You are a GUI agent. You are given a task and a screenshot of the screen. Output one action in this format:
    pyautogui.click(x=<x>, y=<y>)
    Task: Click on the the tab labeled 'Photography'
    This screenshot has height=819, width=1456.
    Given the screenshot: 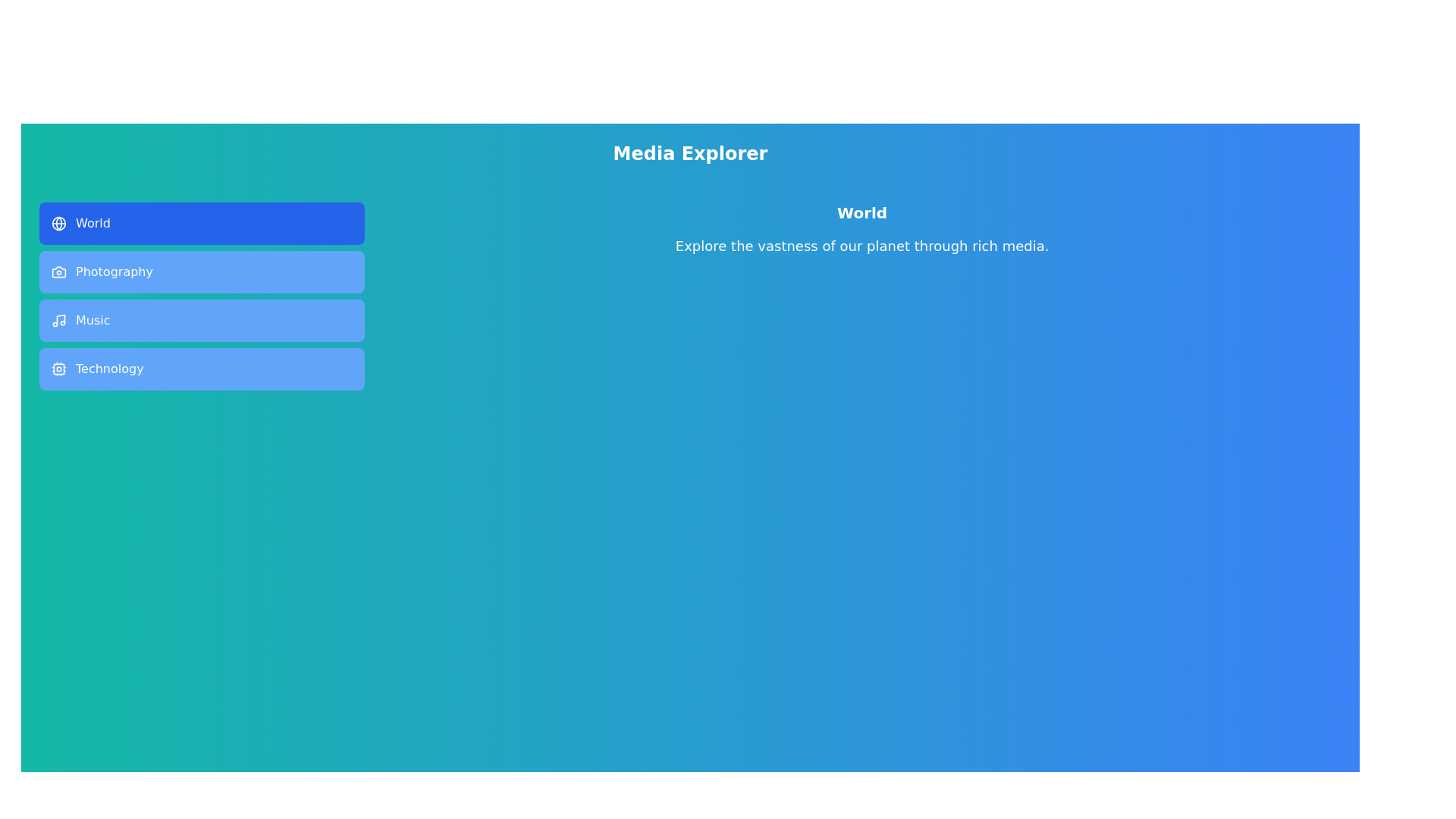 What is the action you would take?
    pyautogui.click(x=201, y=271)
    